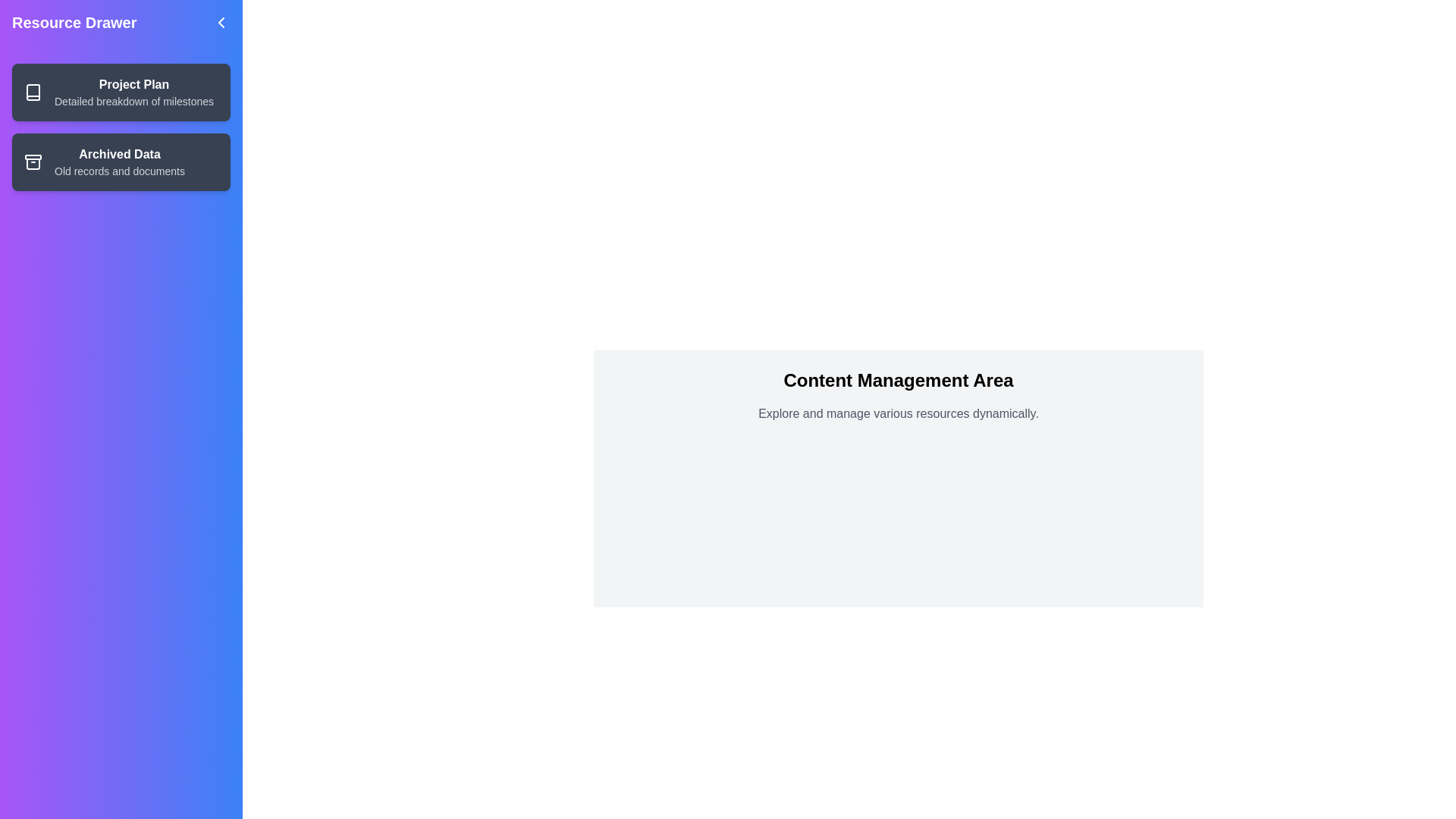  Describe the element at coordinates (120, 93) in the screenshot. I see `the resource with the title Project Plan` at that location.